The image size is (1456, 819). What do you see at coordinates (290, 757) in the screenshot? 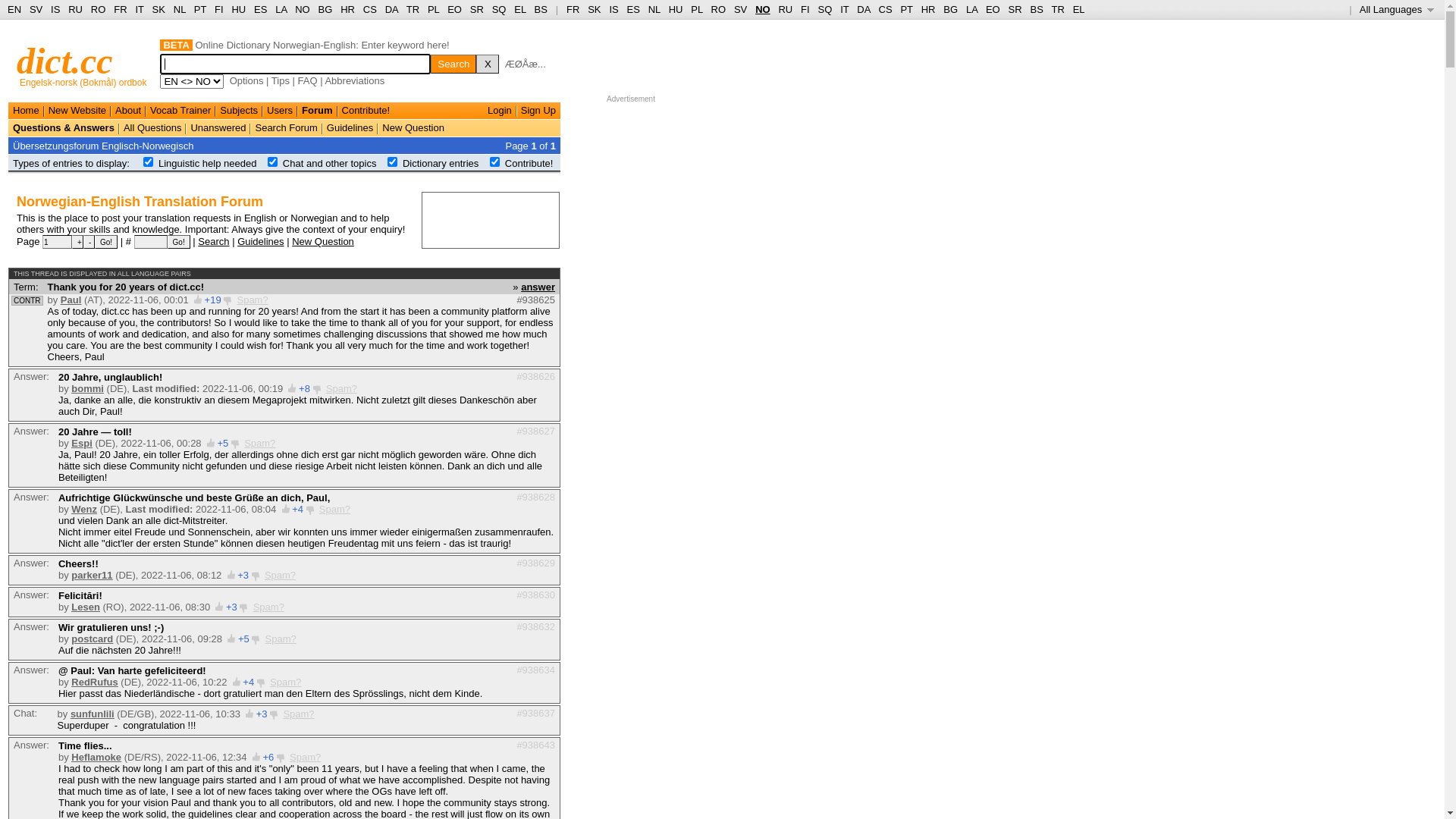
I see `'Spam?'` at bounding box center [290, 757].